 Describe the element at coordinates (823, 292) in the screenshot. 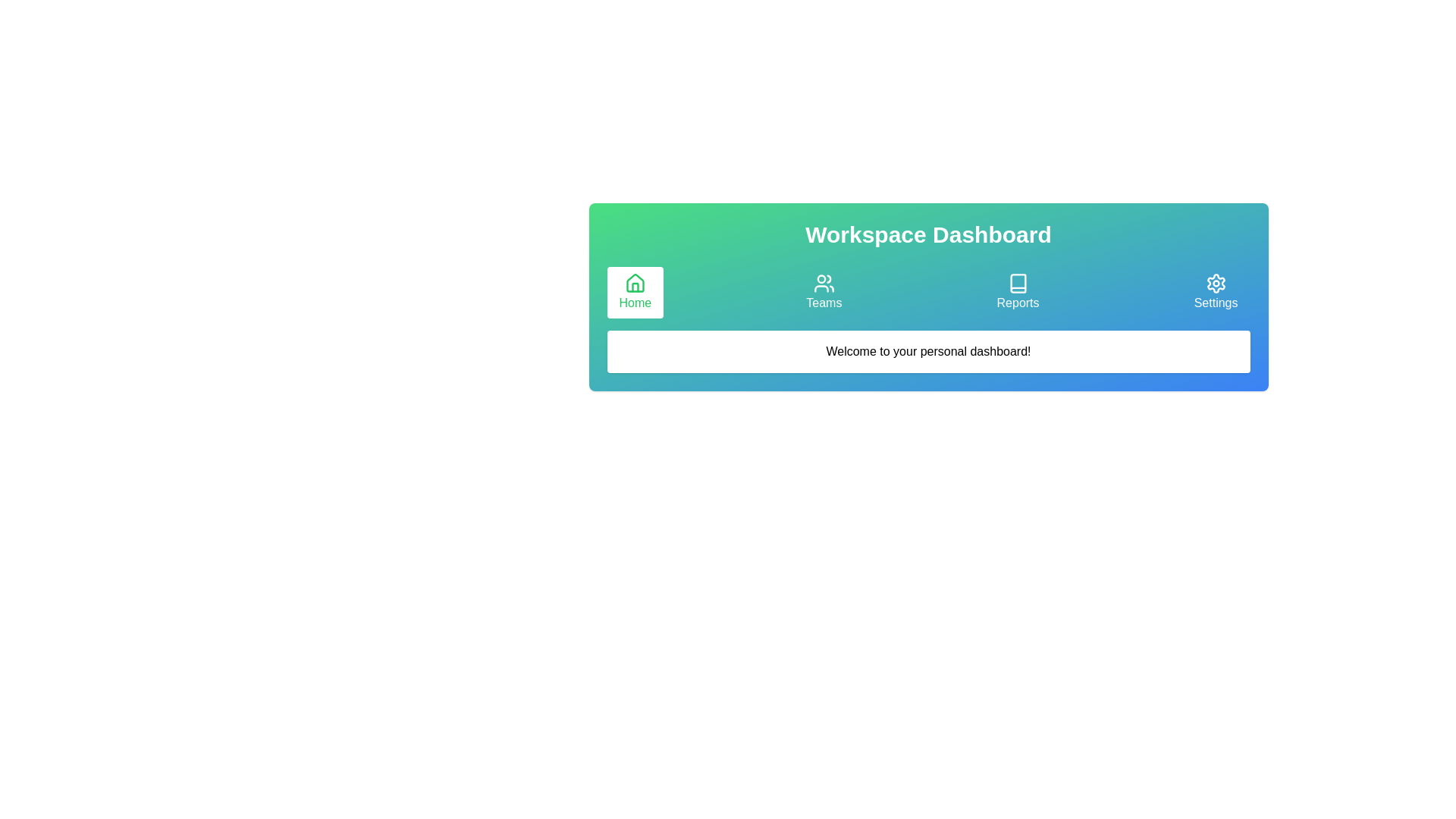

I see `the 'Teams' button, which is the second item in the navigation bar` at that location.